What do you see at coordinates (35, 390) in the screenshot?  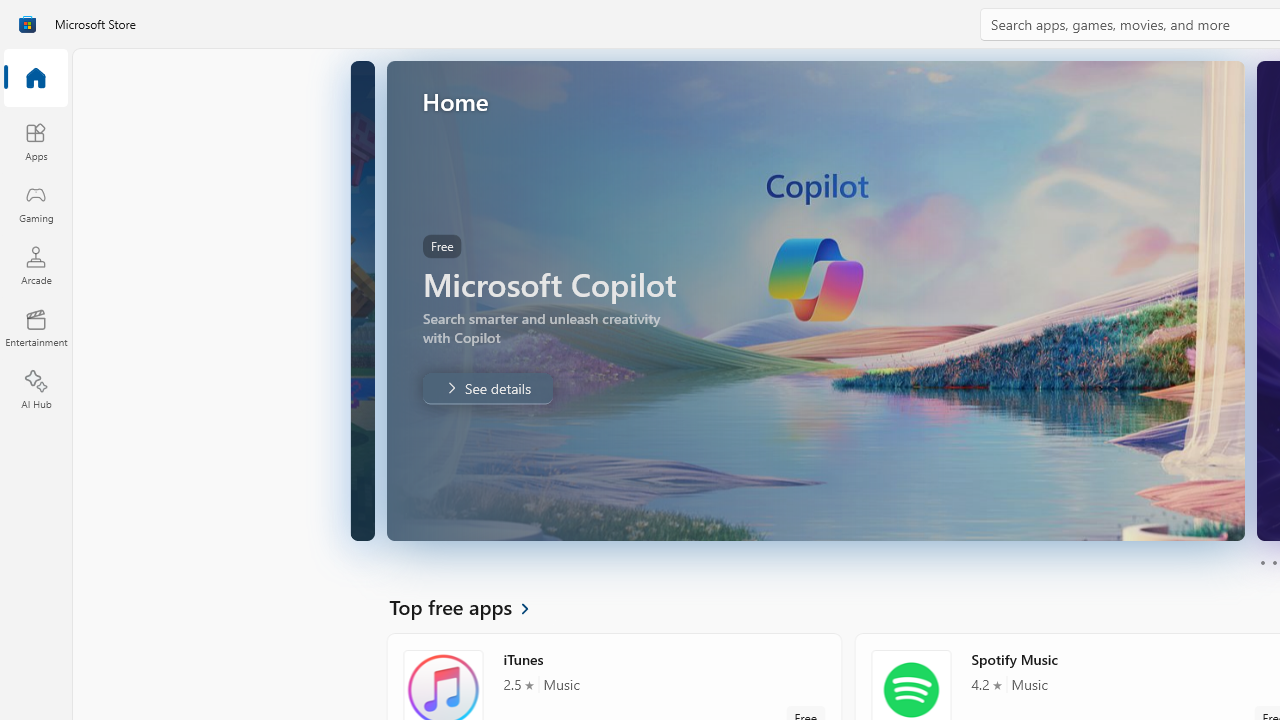 I see `'AI Hub'` at bounding box center [35, 390].